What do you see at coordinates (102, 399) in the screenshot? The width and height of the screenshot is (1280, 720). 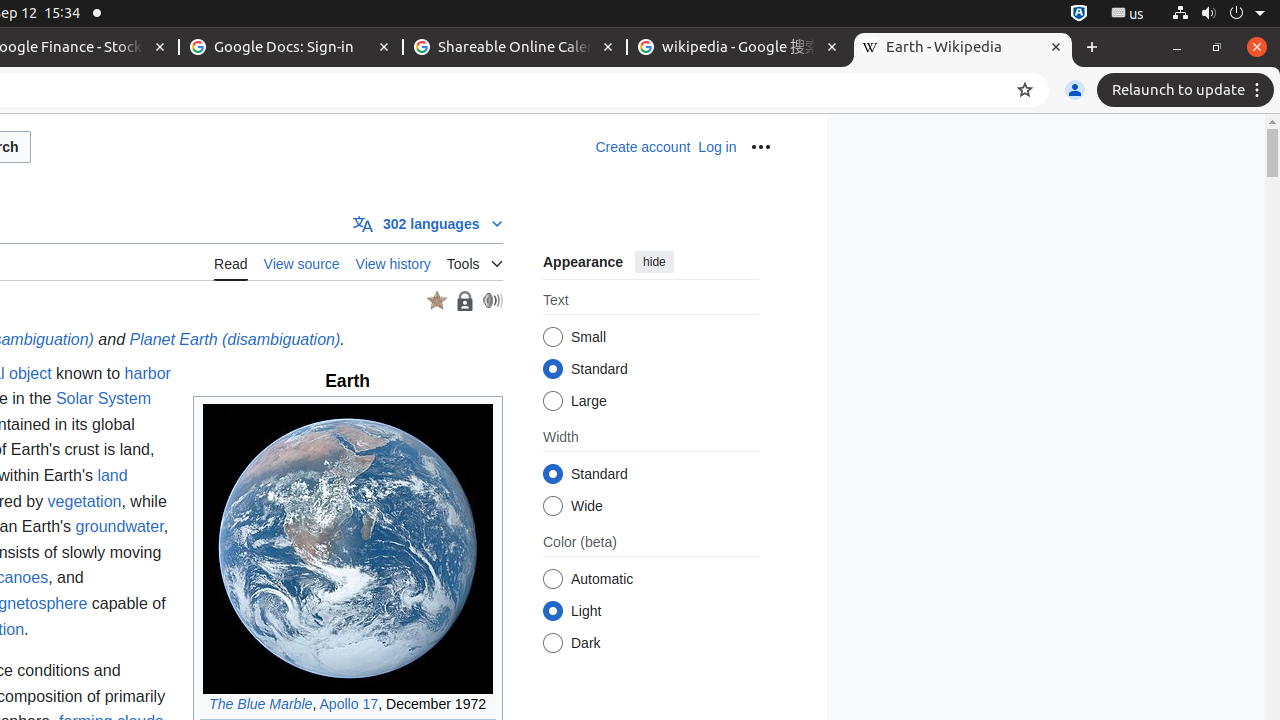 I see `'Solar System'` at bounding box center [102, 399].